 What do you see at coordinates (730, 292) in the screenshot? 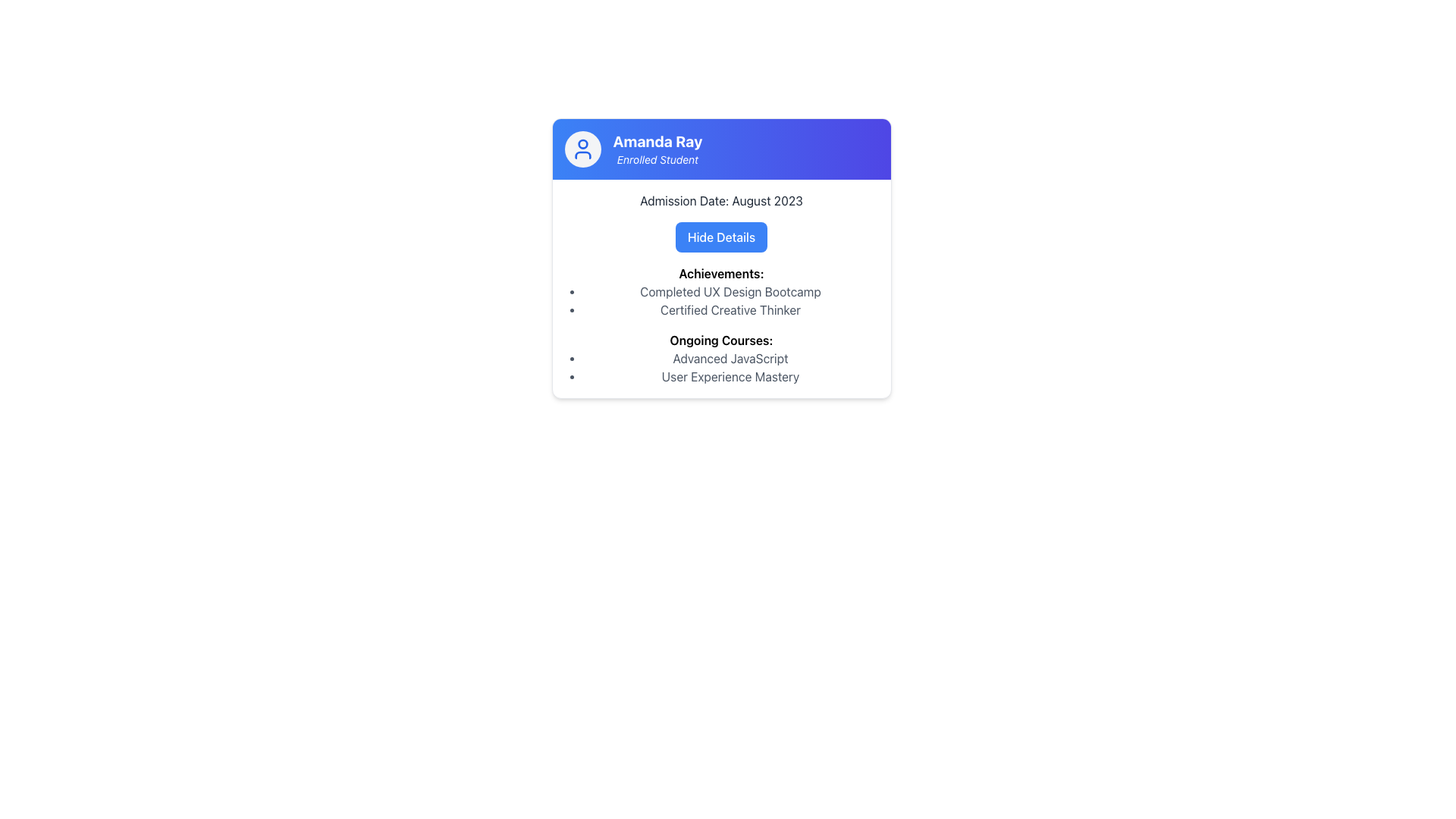
I see `the informational text that indicates the completion of a UX Design bootcamp, which is the first item in the bulleted list under the 'Achievements:' section` at bounding box center [730, 292].